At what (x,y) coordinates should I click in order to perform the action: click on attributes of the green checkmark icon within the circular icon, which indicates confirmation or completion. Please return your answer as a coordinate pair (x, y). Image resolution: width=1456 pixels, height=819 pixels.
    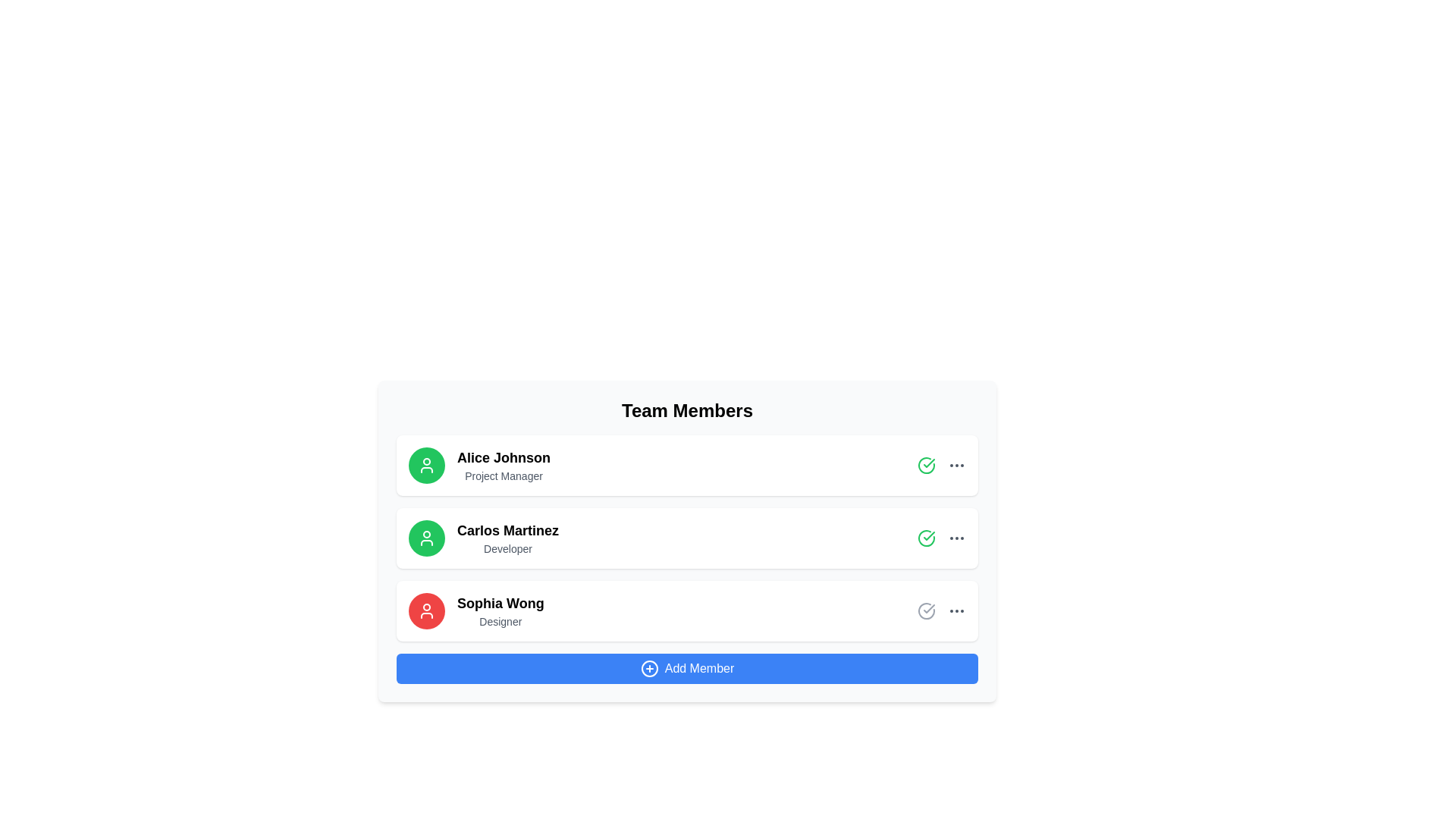
    Looking at the image, I should click on (928, 462).